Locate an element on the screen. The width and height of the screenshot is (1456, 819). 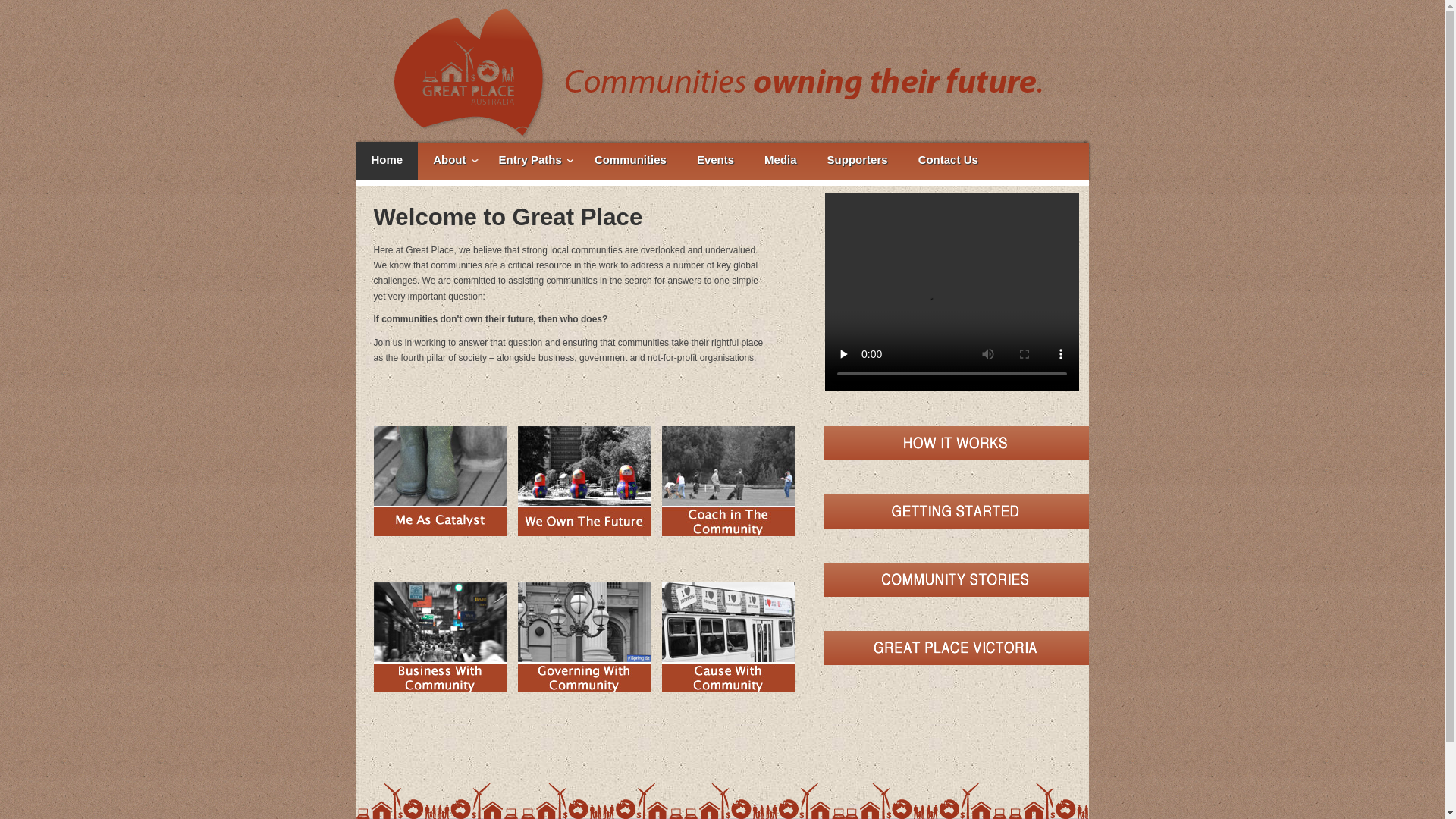
'Events' is located at coordinates (714, 161).